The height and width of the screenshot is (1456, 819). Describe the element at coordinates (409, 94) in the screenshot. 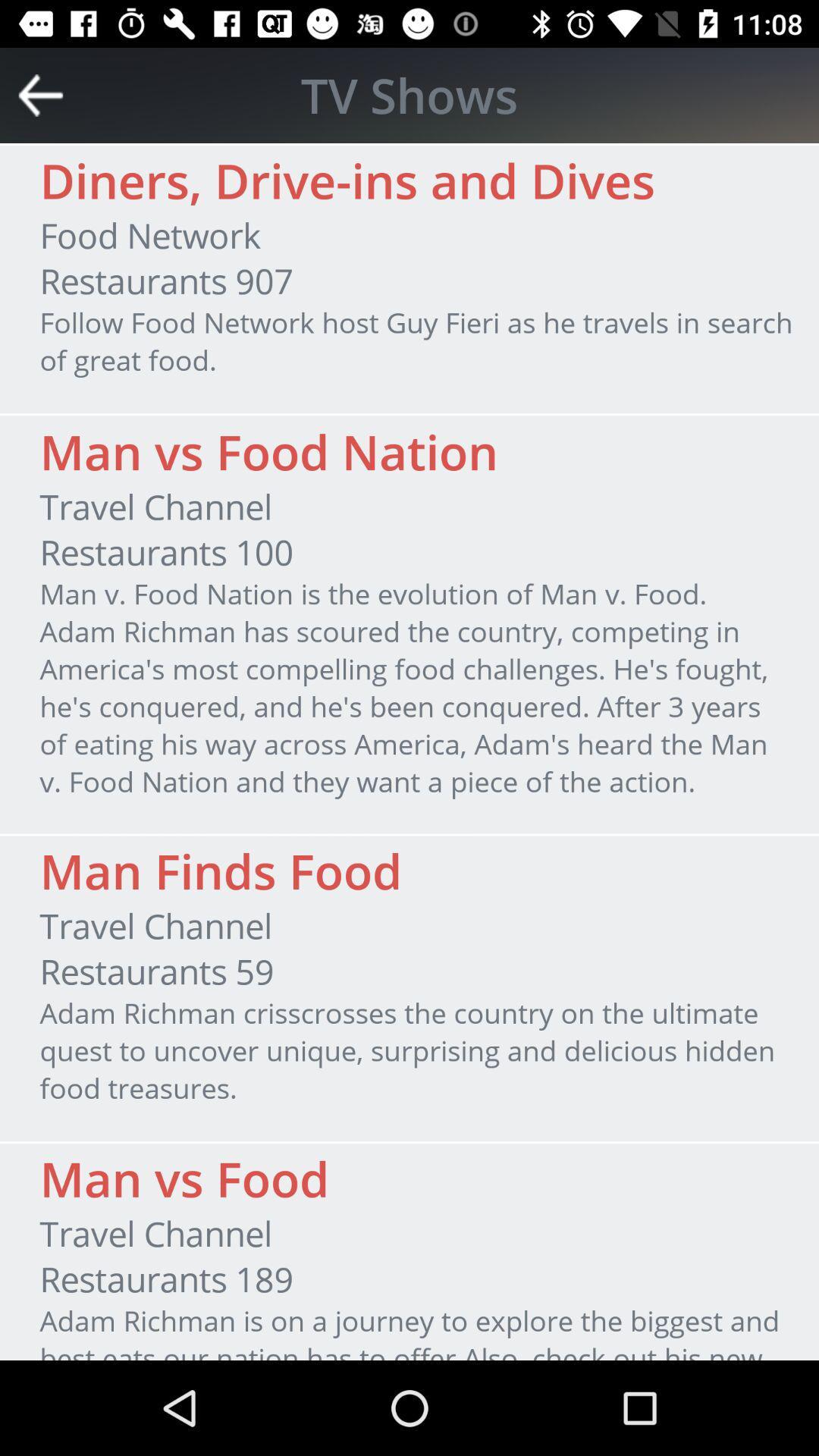

I see `the tv shows item` at that location.